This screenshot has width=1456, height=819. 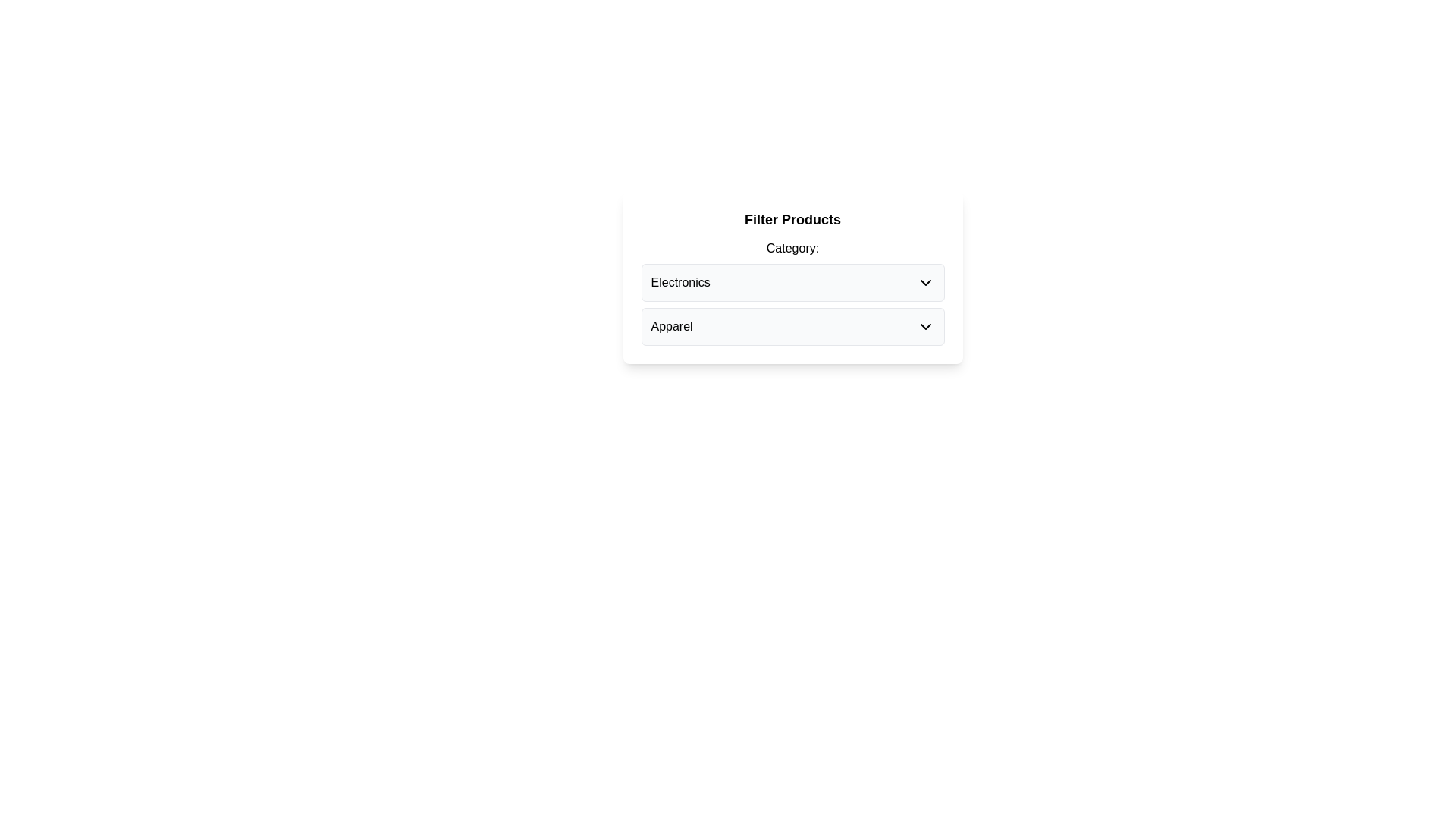 I want to click on the 'Apparel' text within the dropdown menu, so click(x=671, y=326).